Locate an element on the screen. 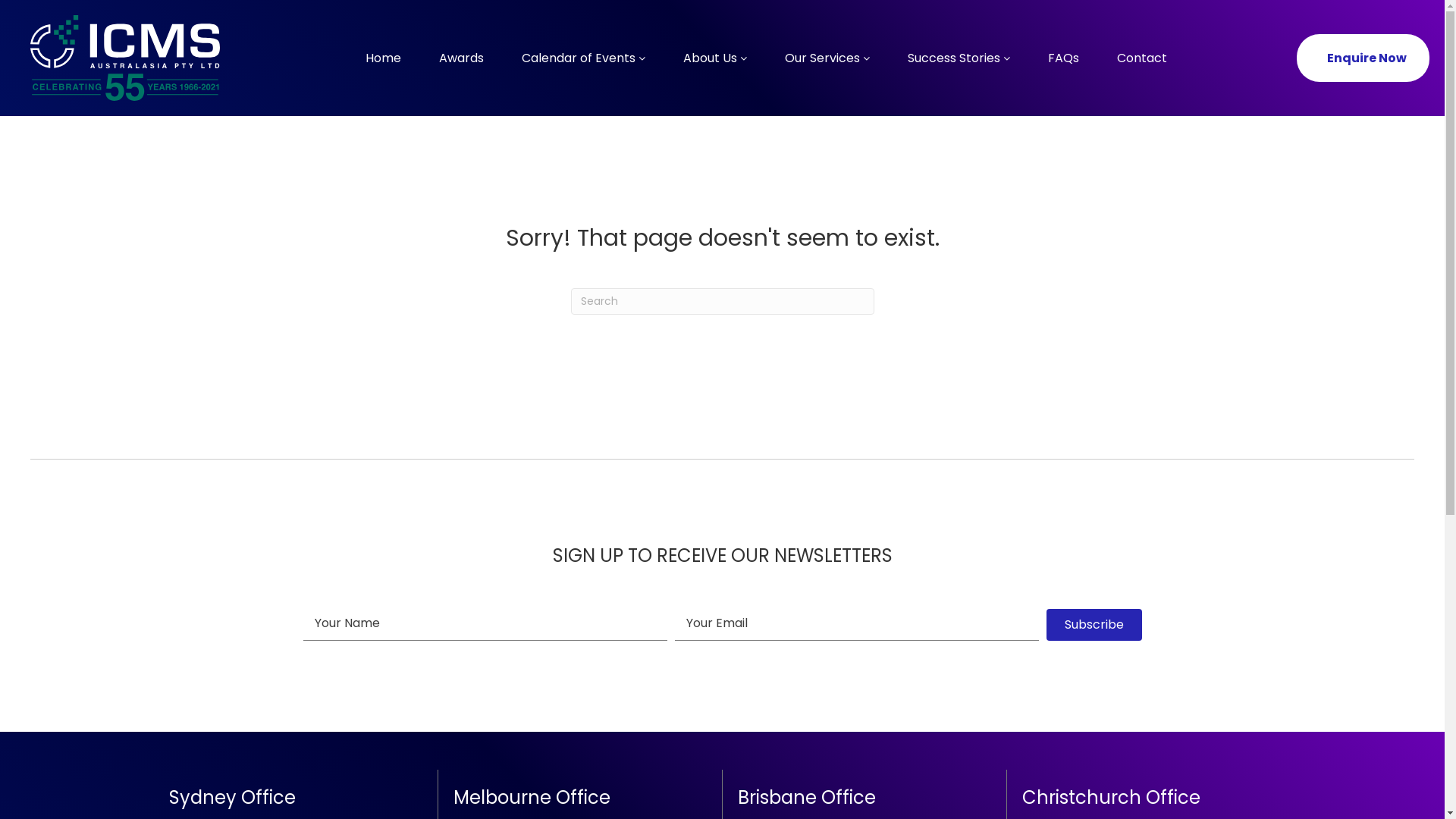 The height and width of the screenshot is (819, 1456). 'FAQs' is located at coordinates (1062, 57).